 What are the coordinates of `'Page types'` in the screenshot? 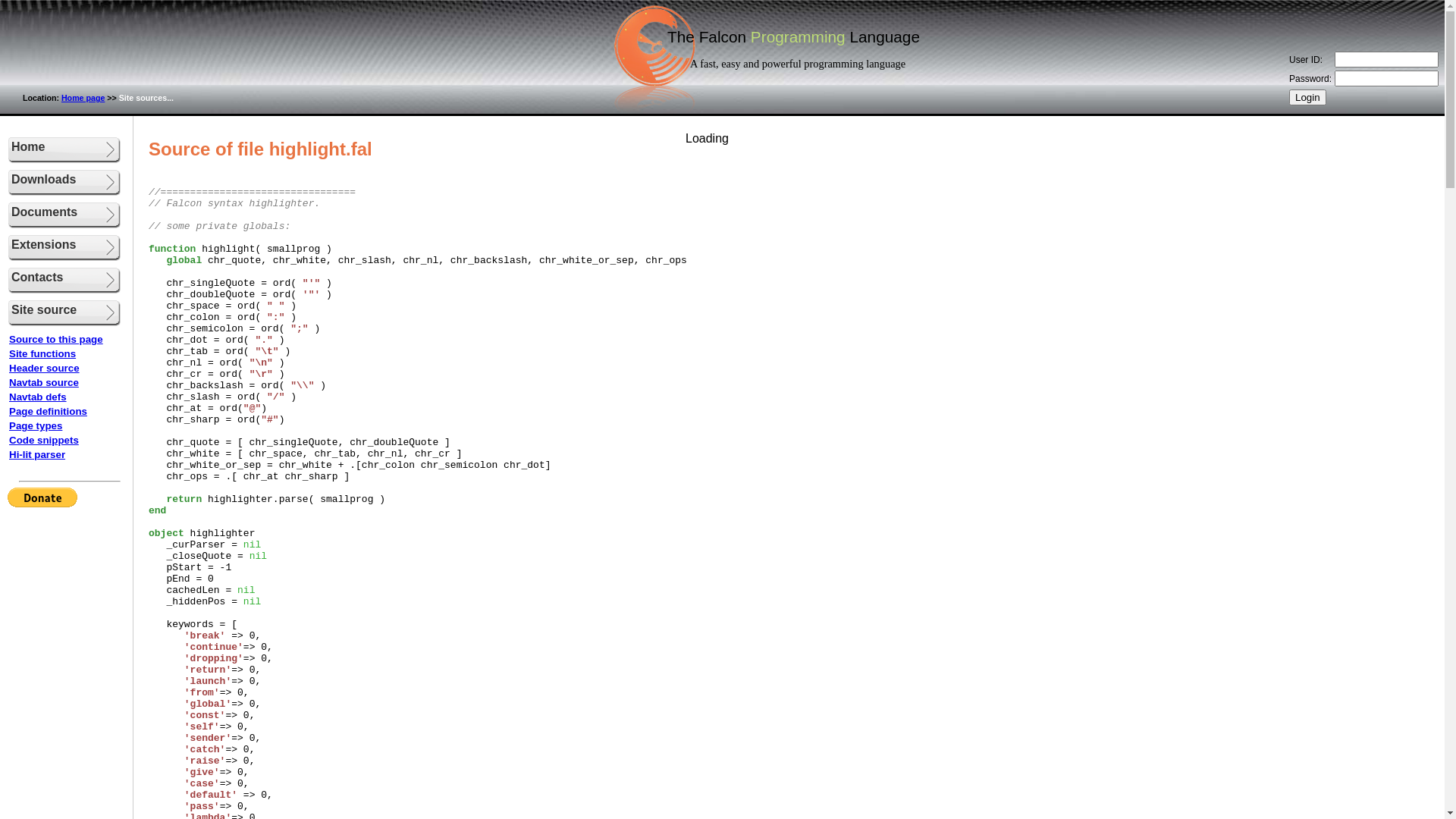 It's located at (36, 425).